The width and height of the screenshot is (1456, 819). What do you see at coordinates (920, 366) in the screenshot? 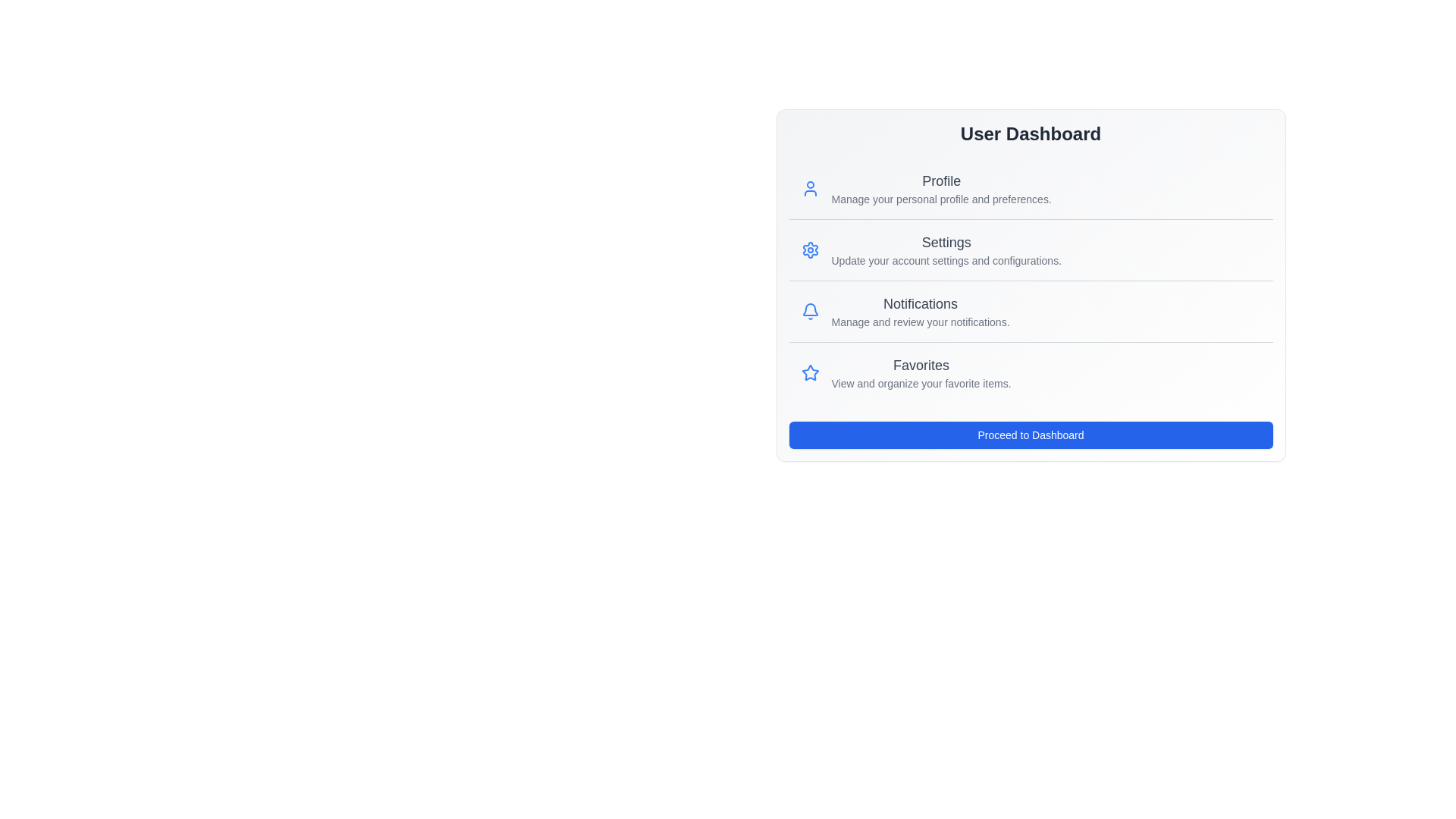
I see `the 'Favorites' label, which serves as the title for the Favorites section located directly below the 'Notifications' section in the user dashboard interface` at bounding box center [920, 366].